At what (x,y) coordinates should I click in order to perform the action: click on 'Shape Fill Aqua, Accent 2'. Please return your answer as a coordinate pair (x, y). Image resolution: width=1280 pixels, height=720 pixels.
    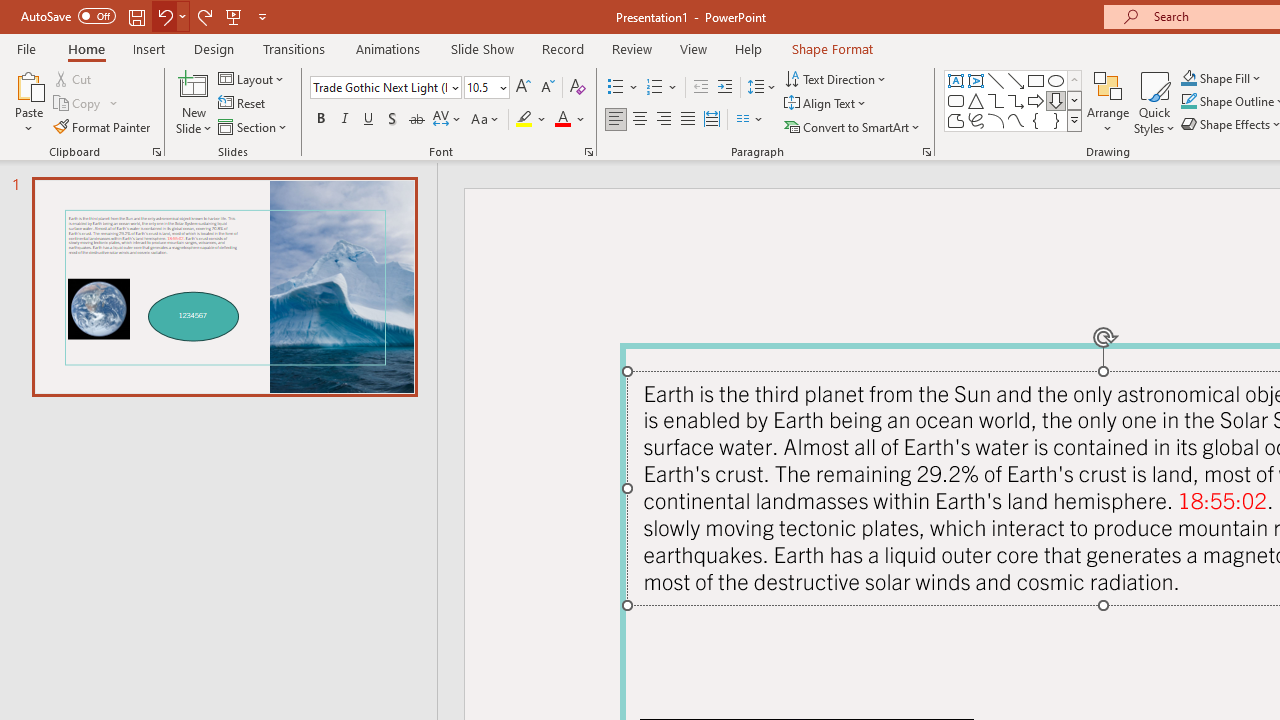
    Looking at the image, I should click on (1189, 77).